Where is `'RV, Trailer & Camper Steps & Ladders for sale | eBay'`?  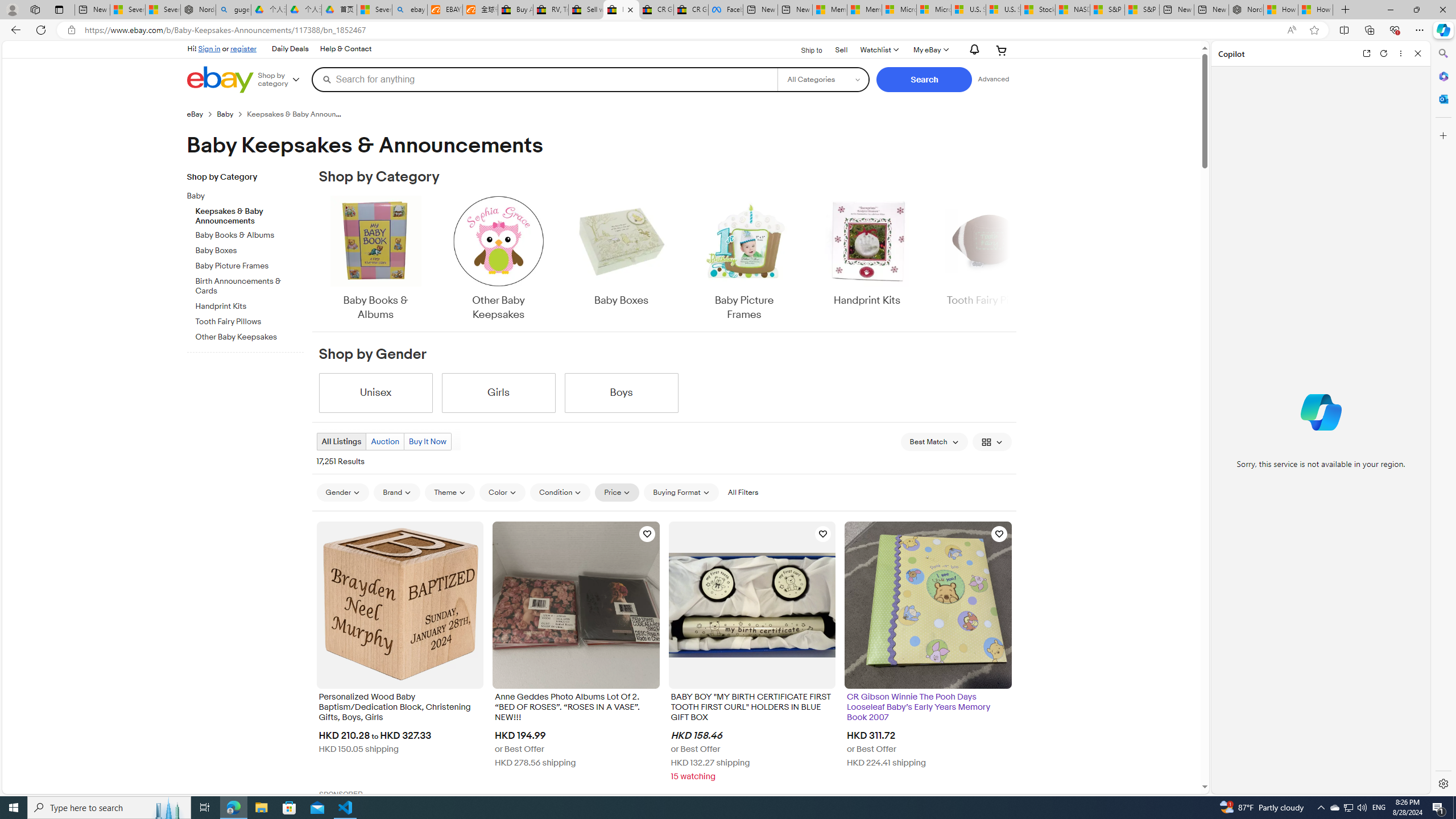 'RV, Trailer & Camper Steps & Ladders for sale | eBay' is located at coordinates (550, 9).